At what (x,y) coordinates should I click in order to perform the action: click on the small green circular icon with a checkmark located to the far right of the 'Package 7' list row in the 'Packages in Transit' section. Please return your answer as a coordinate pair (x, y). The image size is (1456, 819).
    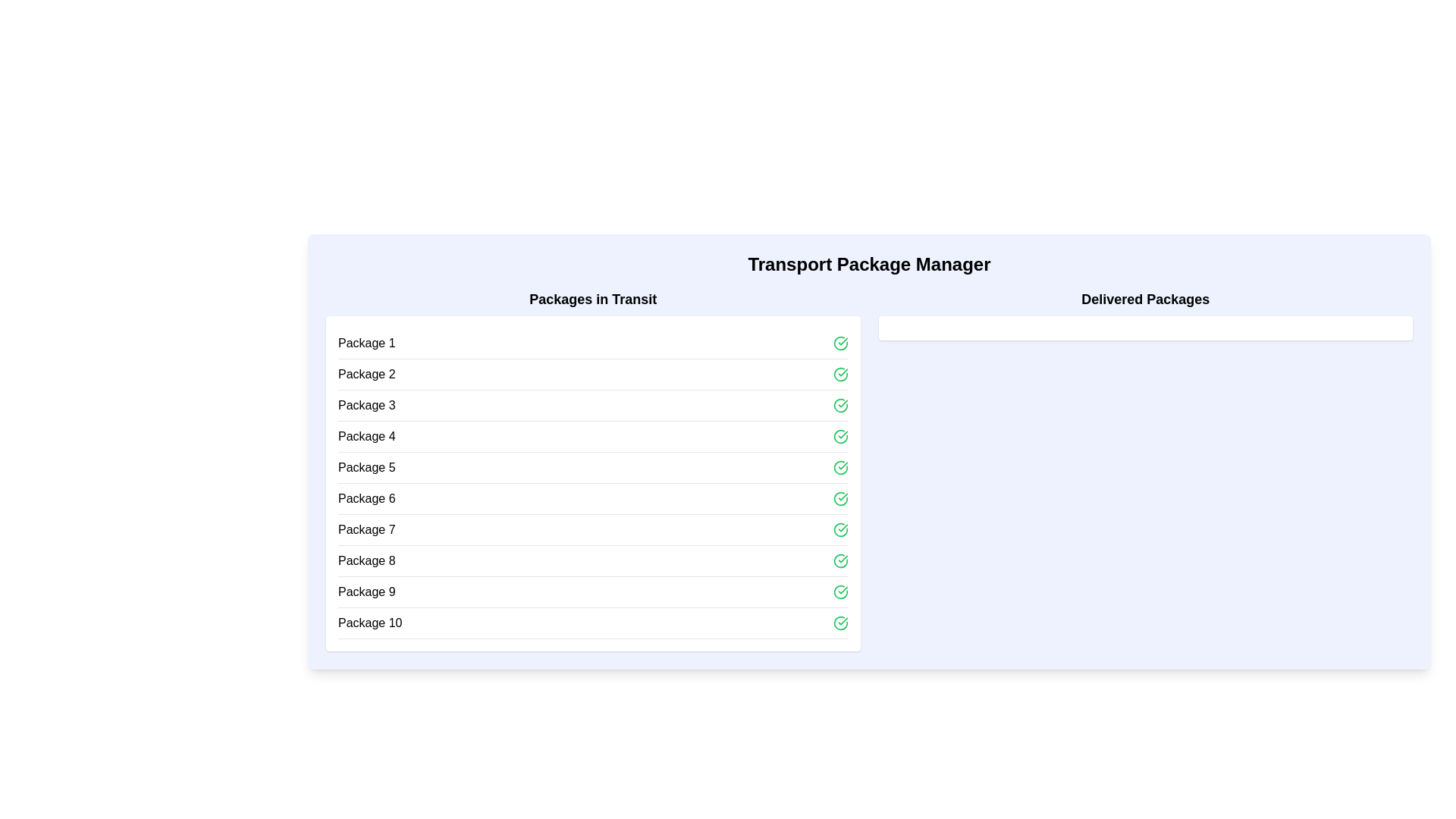
    Looking at the image, I should click on (839, 529).